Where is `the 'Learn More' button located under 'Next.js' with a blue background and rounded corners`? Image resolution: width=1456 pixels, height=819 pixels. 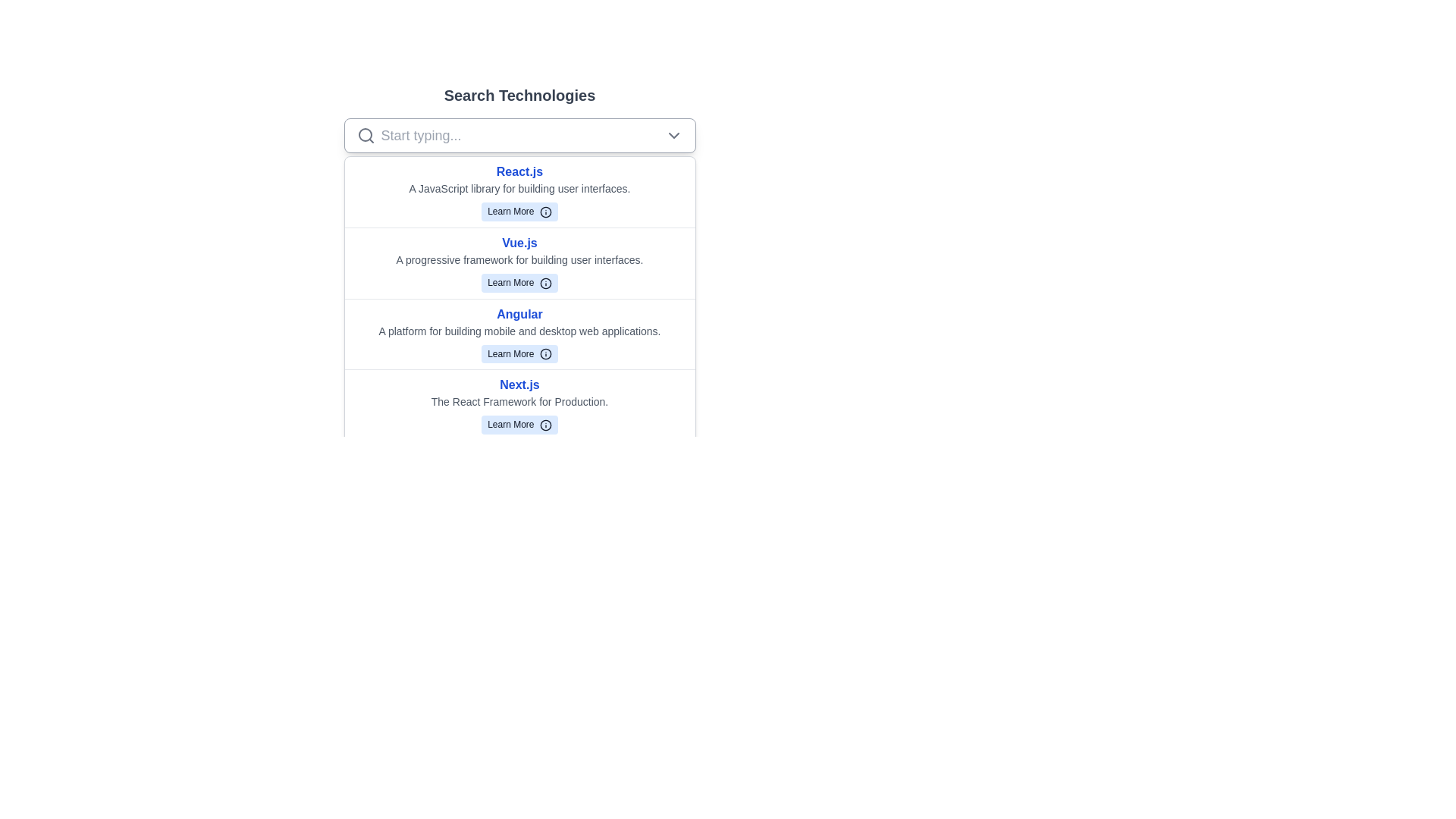
the 'Learn More' button located under 'Next.js' with a blue background and rounded corners is located at coordinates (519, 425).